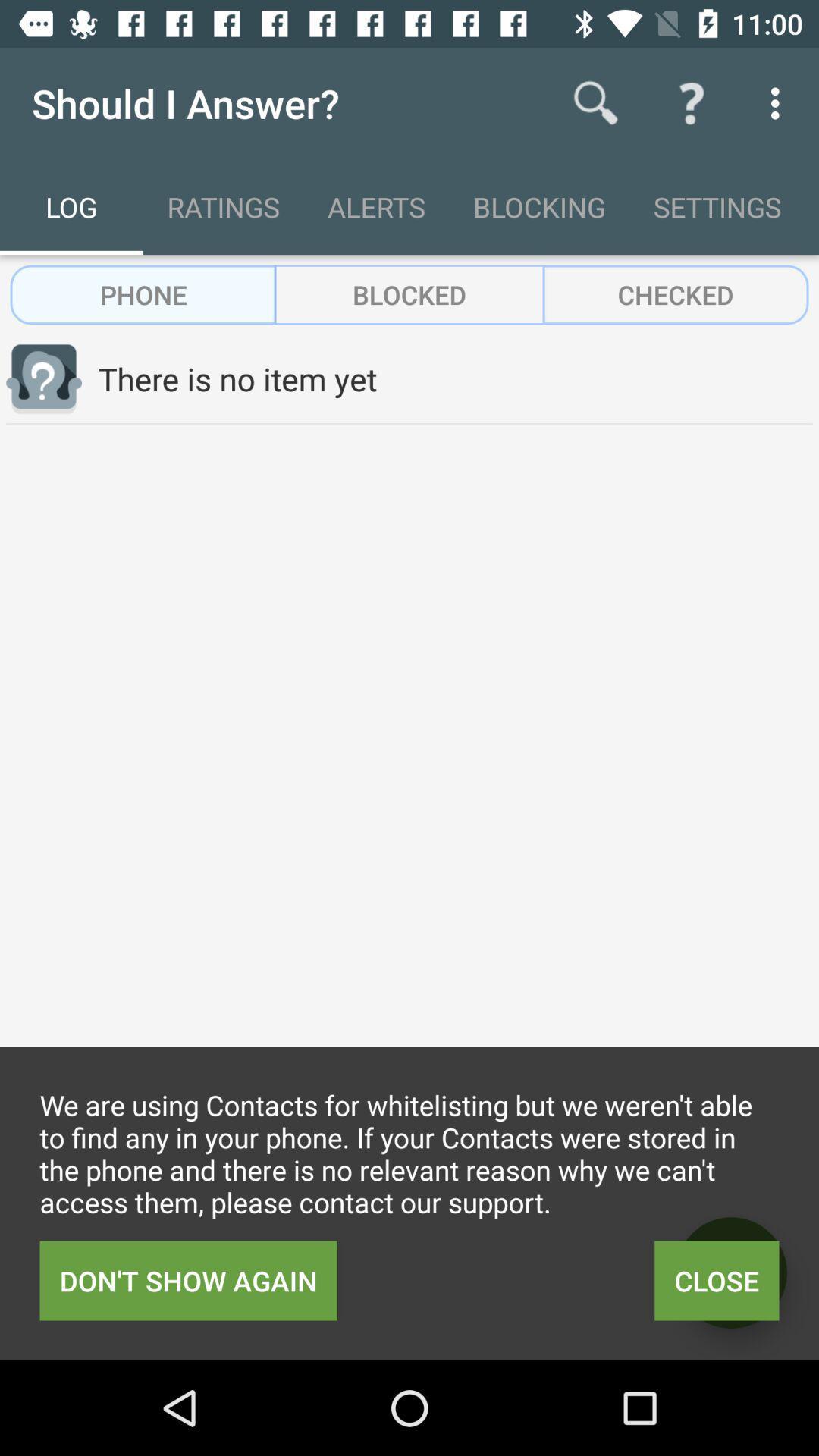 This screenshot has width=819, height=1456. Describe the element at coordinates (717, 1280) in the screenshot. I see `item next to don t show item` at that location.